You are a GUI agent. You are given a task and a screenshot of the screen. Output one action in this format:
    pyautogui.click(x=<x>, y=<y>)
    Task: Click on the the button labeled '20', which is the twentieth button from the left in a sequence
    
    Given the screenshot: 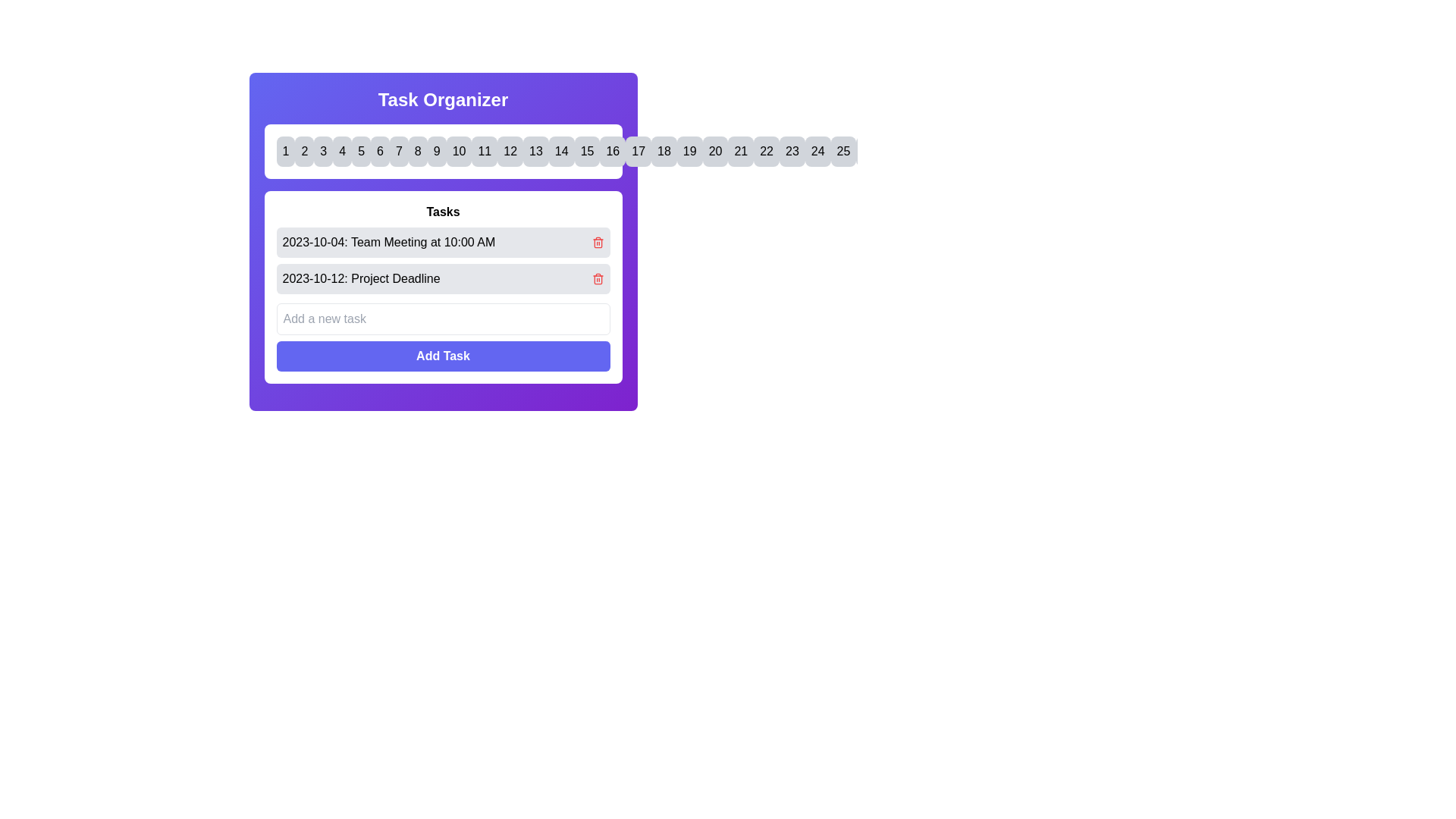 What is the action you would take?
    pyautogui.click(x=714, y=152)
    